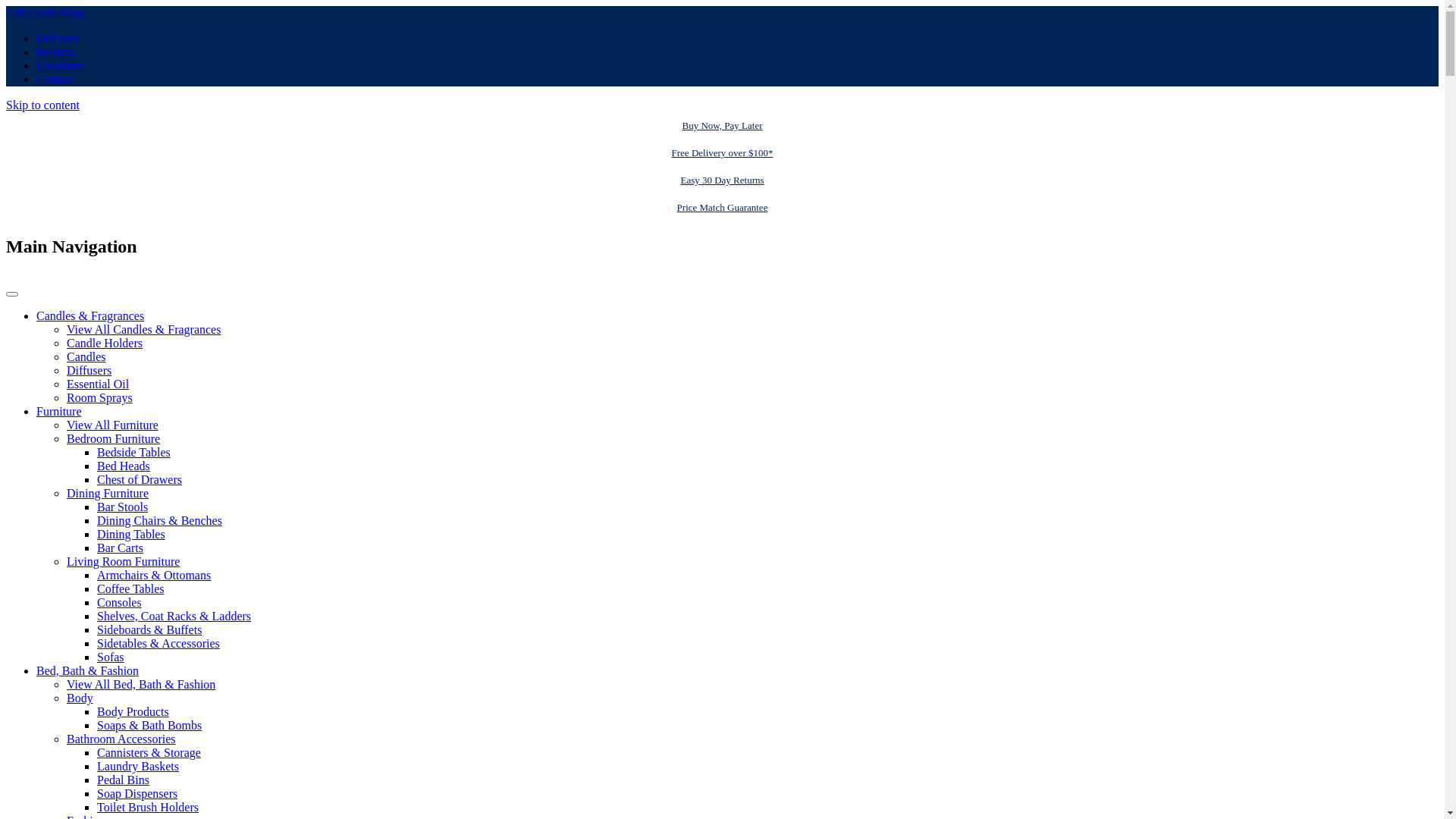  What do you see at coordinates (96, 724) in the screenshot?
I see `'Soaps & Bath Bombs'` at bounding box center [96, 724].